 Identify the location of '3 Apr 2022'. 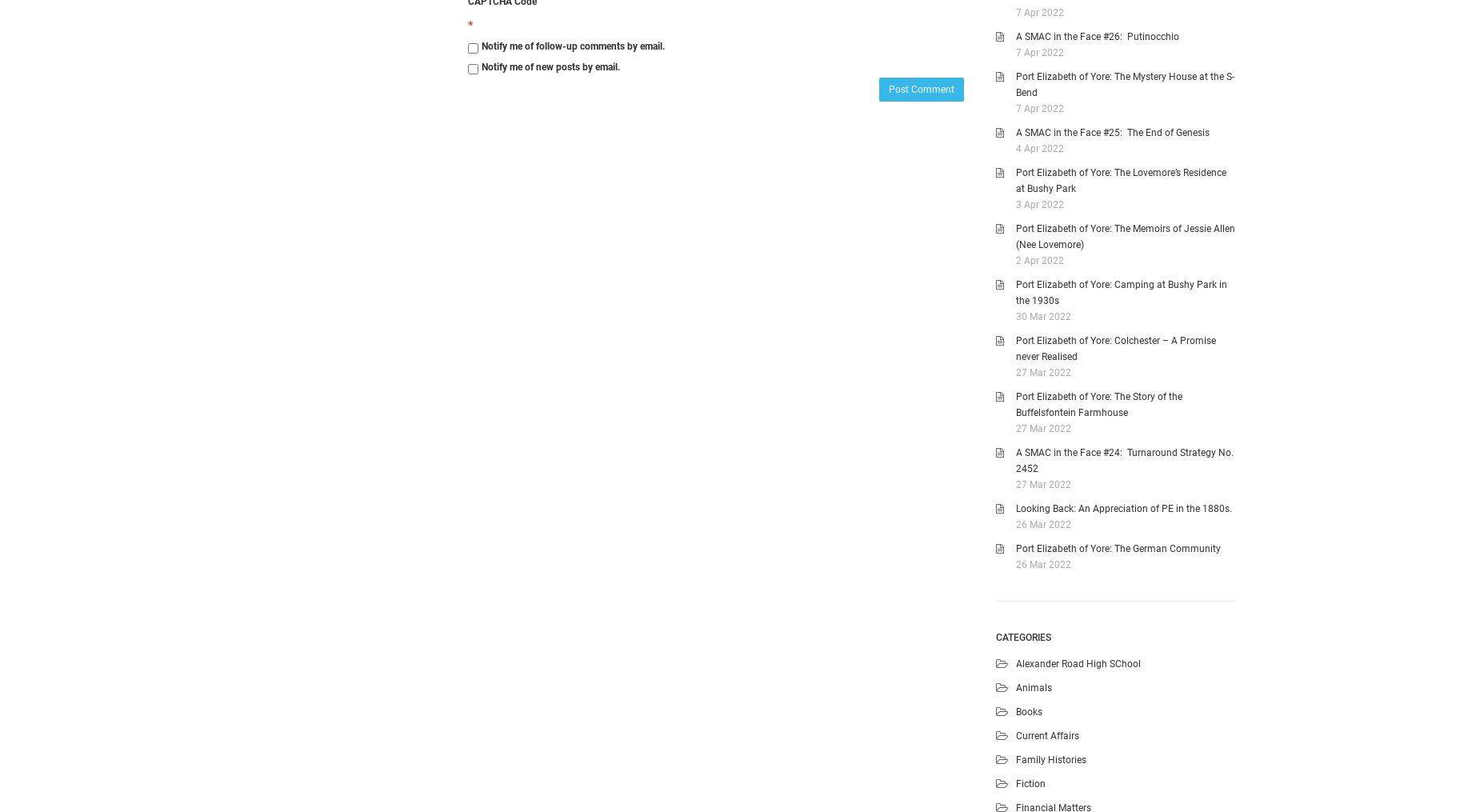
(1038, 204).